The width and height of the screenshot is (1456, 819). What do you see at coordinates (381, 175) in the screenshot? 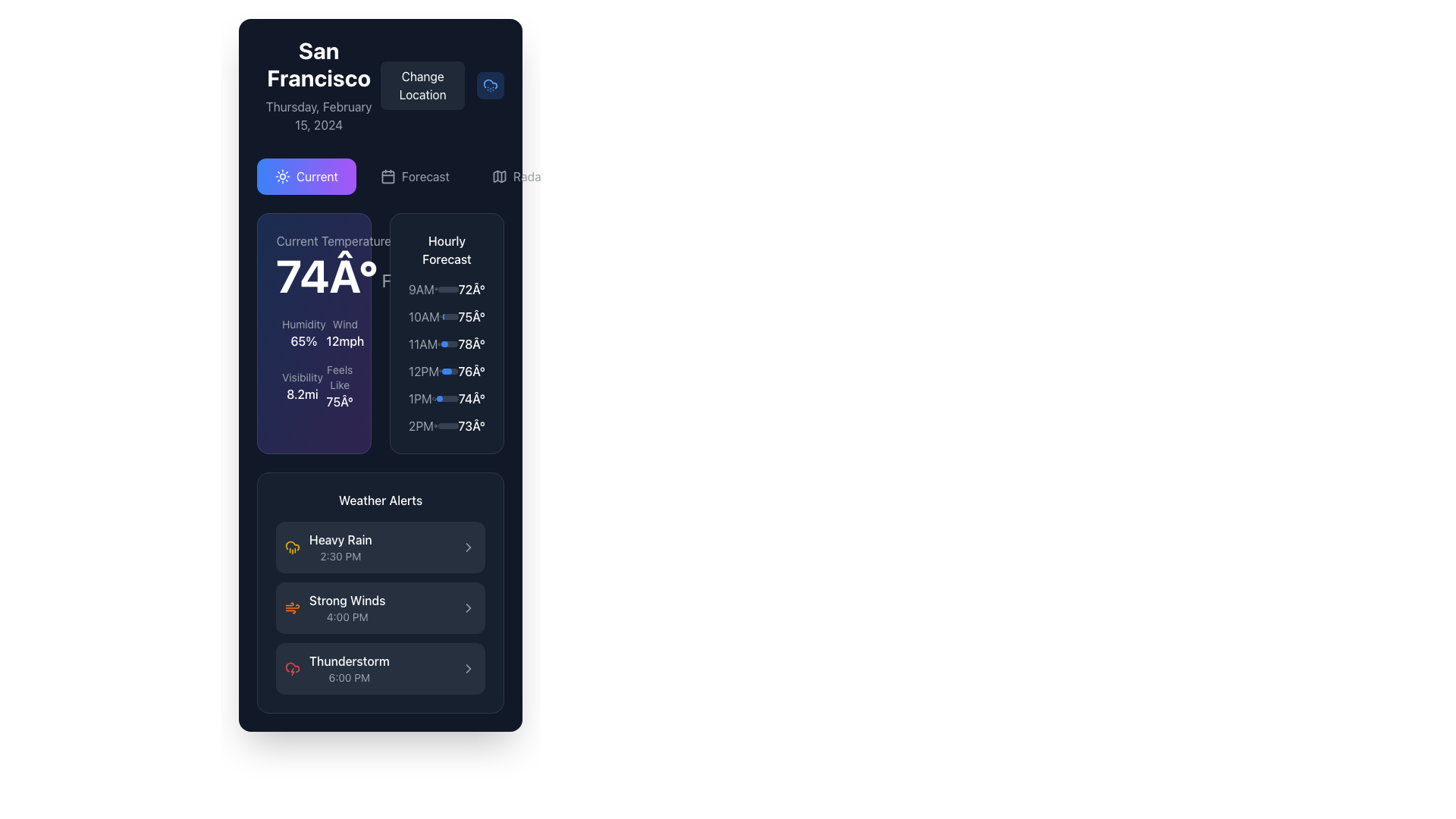
I see `the 'Forecast' tab in the navigation bar` at bounding box center [381, 175].